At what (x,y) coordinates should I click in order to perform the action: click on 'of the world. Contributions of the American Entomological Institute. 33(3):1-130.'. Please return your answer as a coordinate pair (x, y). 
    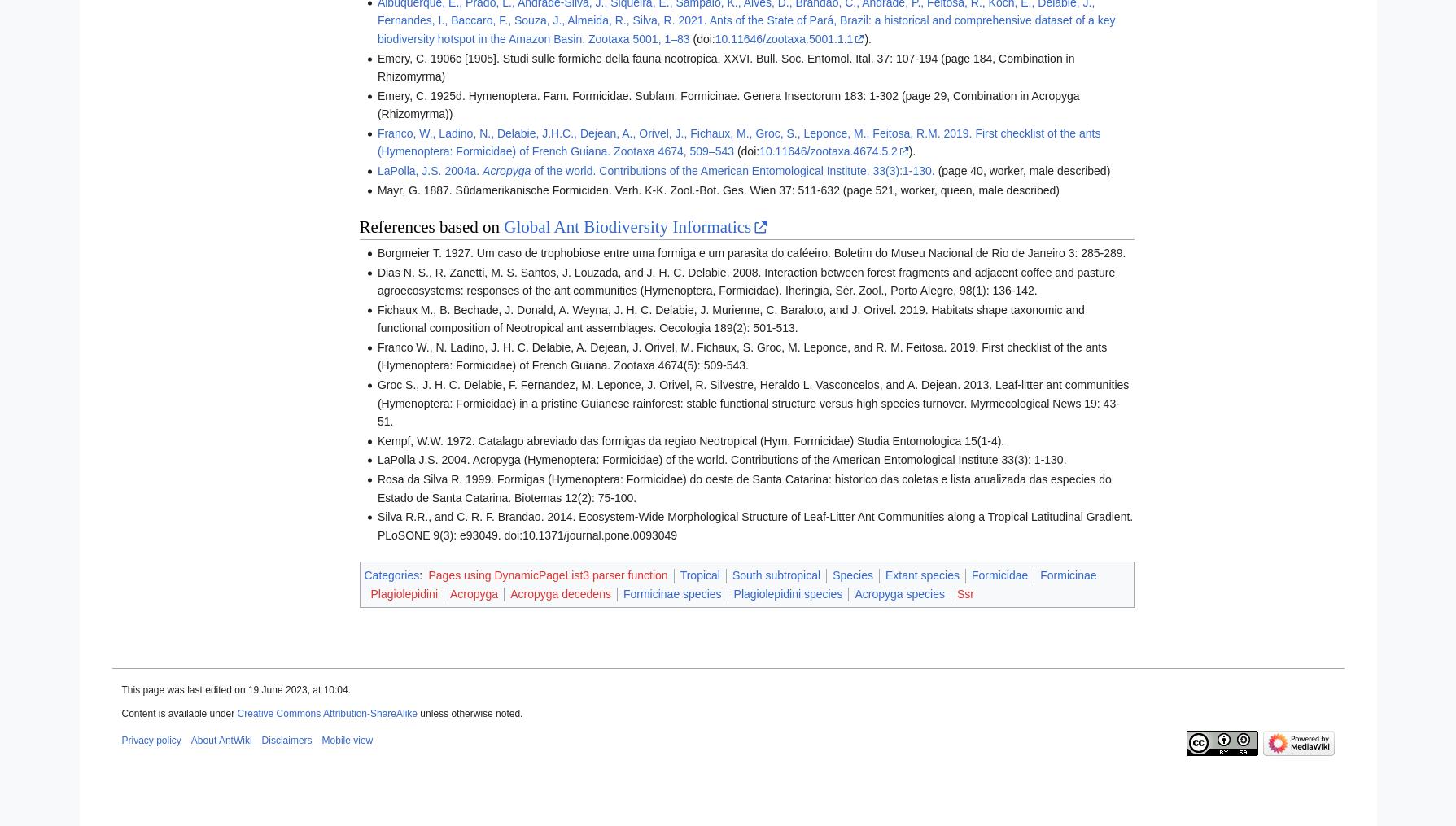
    Looking at the image, I should click on (732, 170).